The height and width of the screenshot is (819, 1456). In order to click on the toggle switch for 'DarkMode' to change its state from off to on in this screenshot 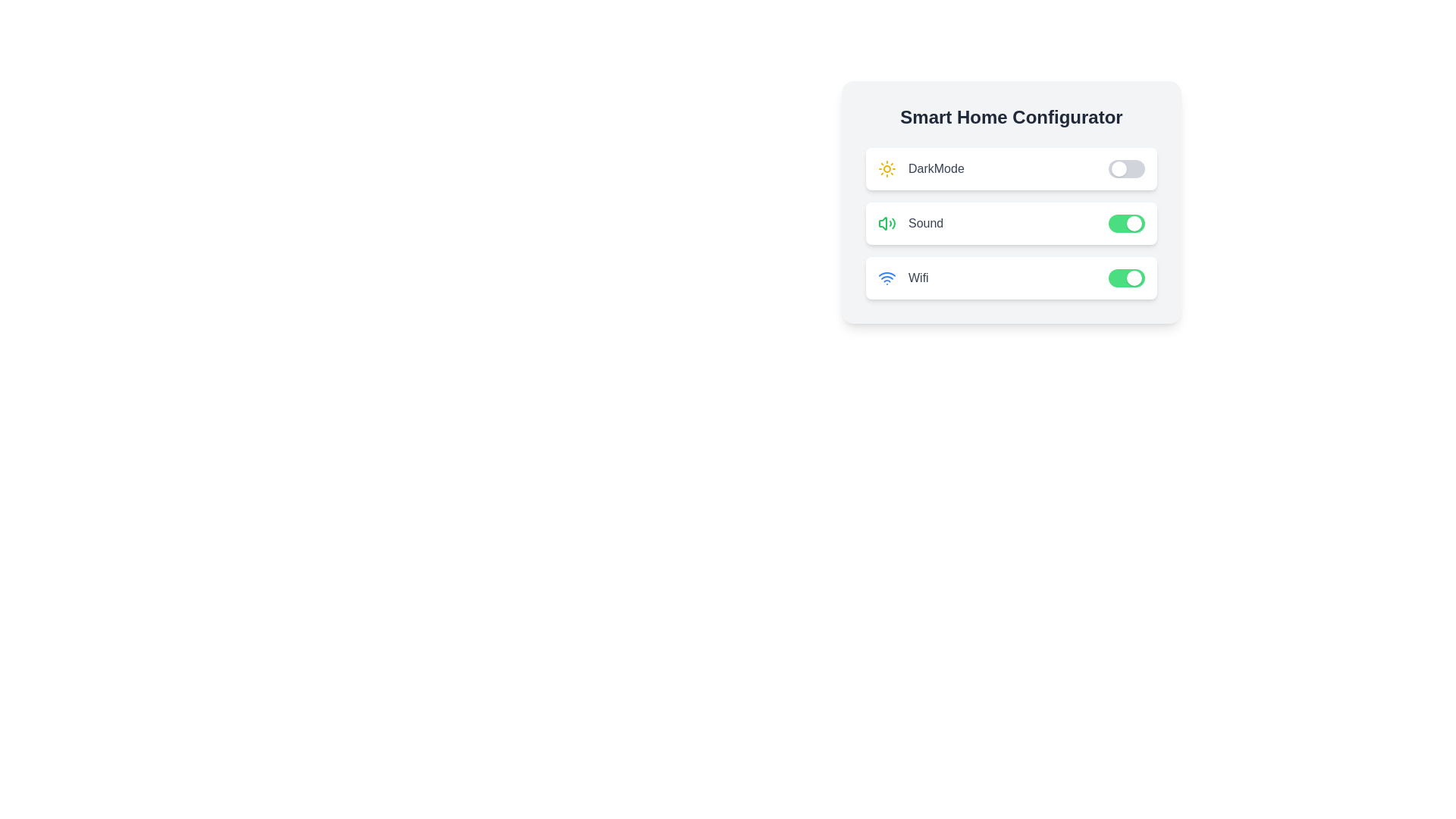, I will do `click(1012, 169)`.